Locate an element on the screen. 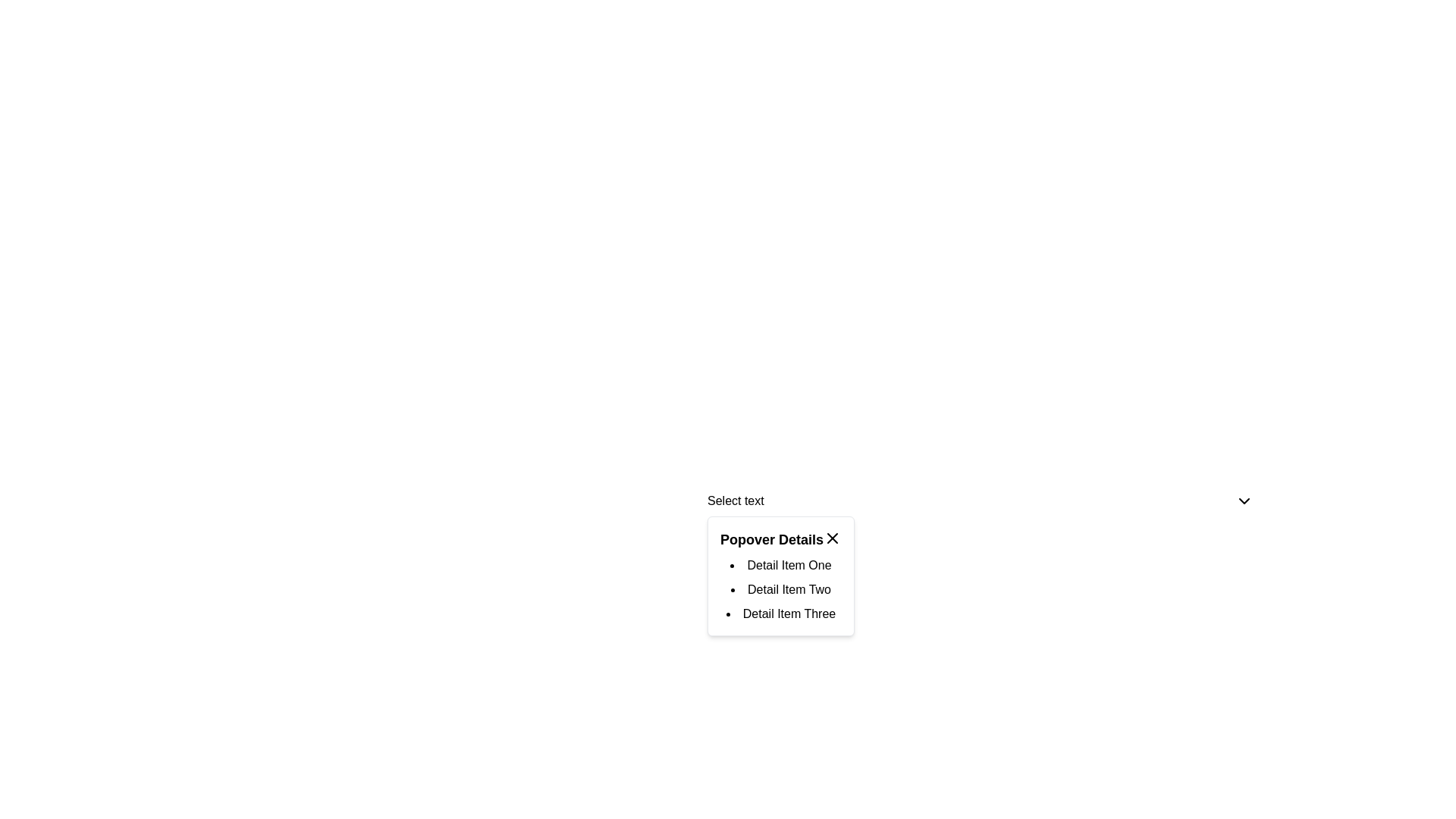 The image size is (1456, 819). the text item reading 'Detail Item Two' by clicking on it in the bulleted list within the 'Popover Details' panel is located at coordinates (781, 589).